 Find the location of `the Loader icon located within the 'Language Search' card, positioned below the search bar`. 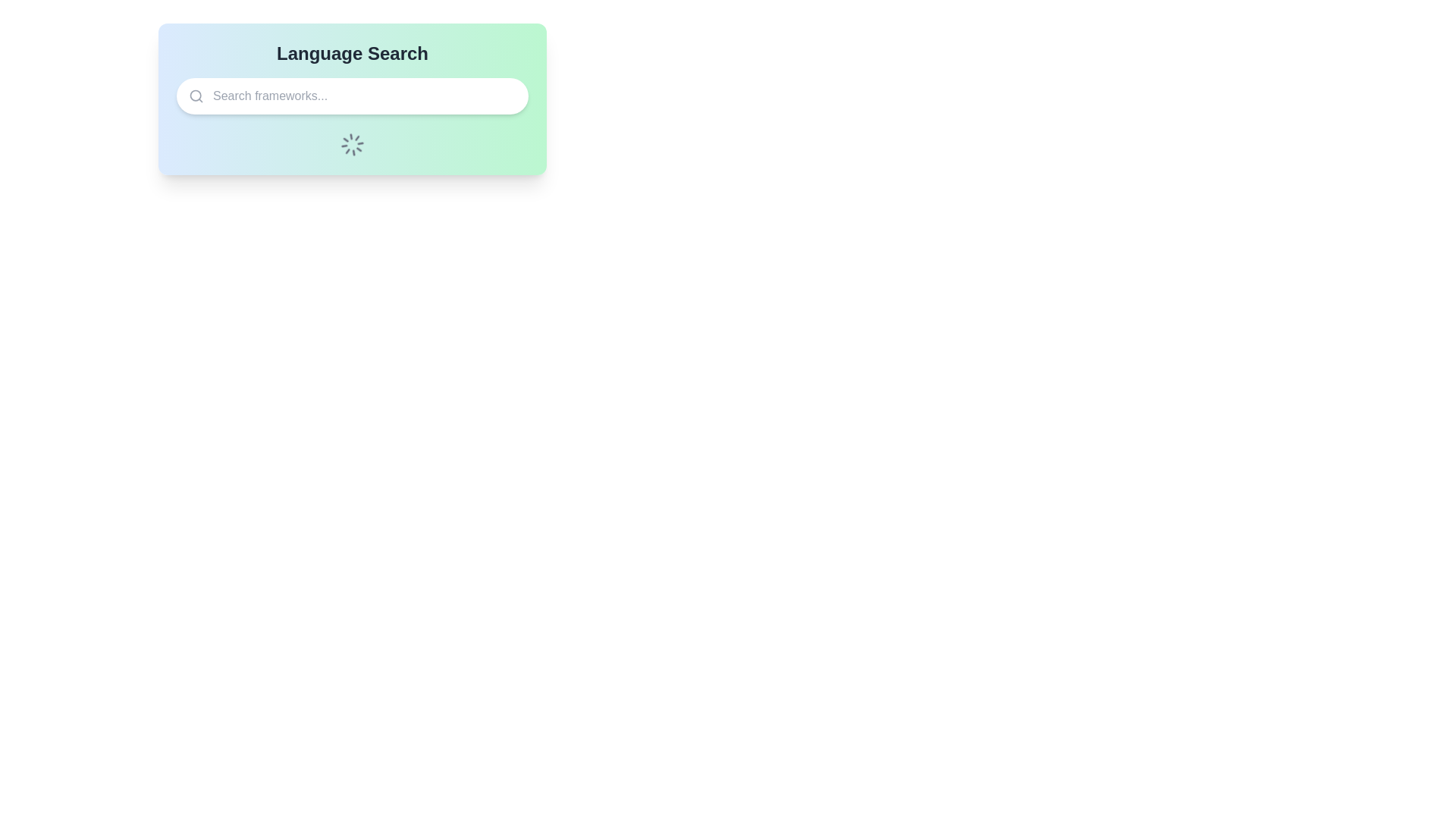

the Loader icon located within the 'Language Search' card, positioned below the search bar is located at coordinates (352, 145).